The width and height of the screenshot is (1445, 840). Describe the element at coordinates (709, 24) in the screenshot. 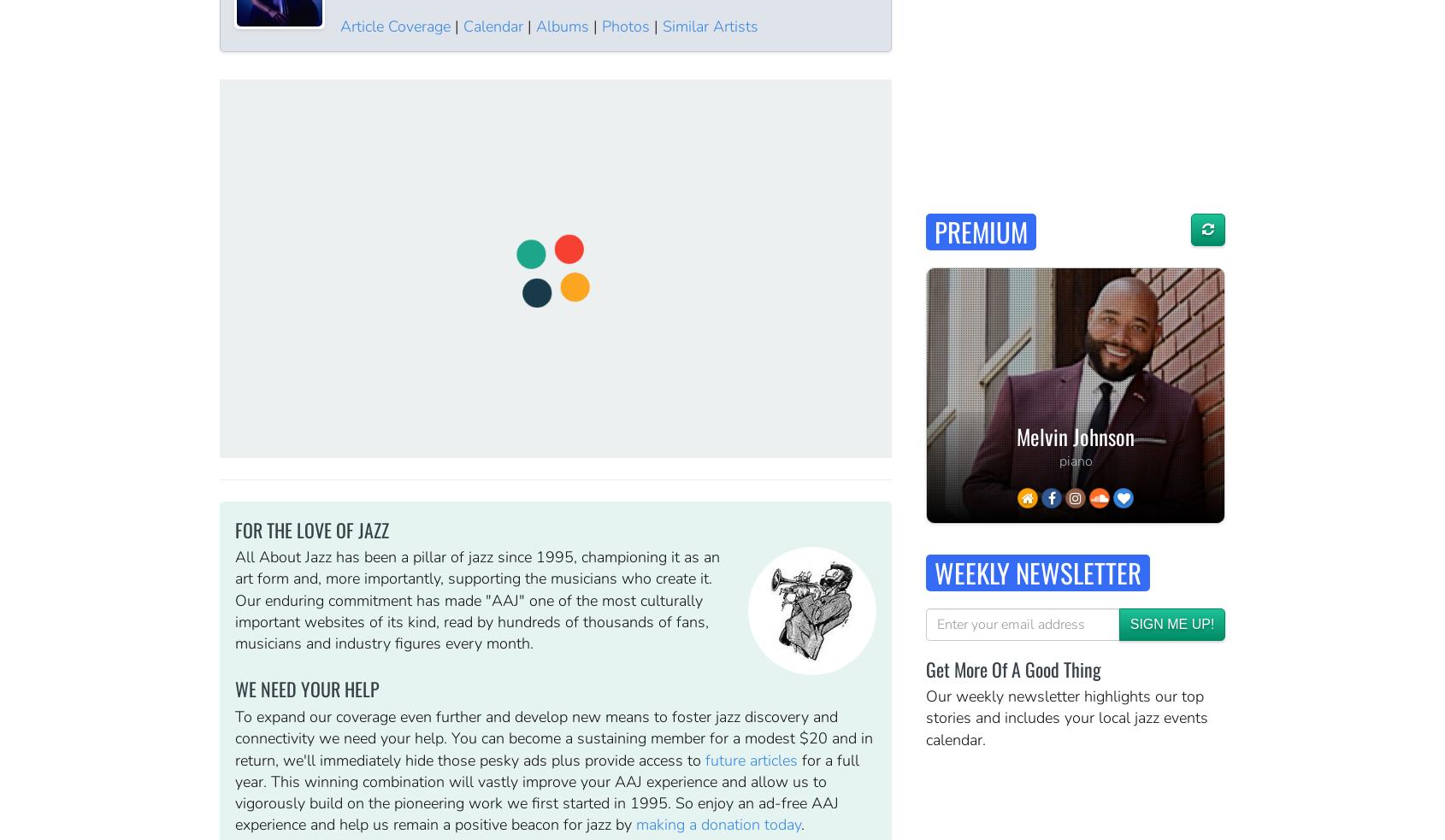

I see `'Similar Artists'` at that location.